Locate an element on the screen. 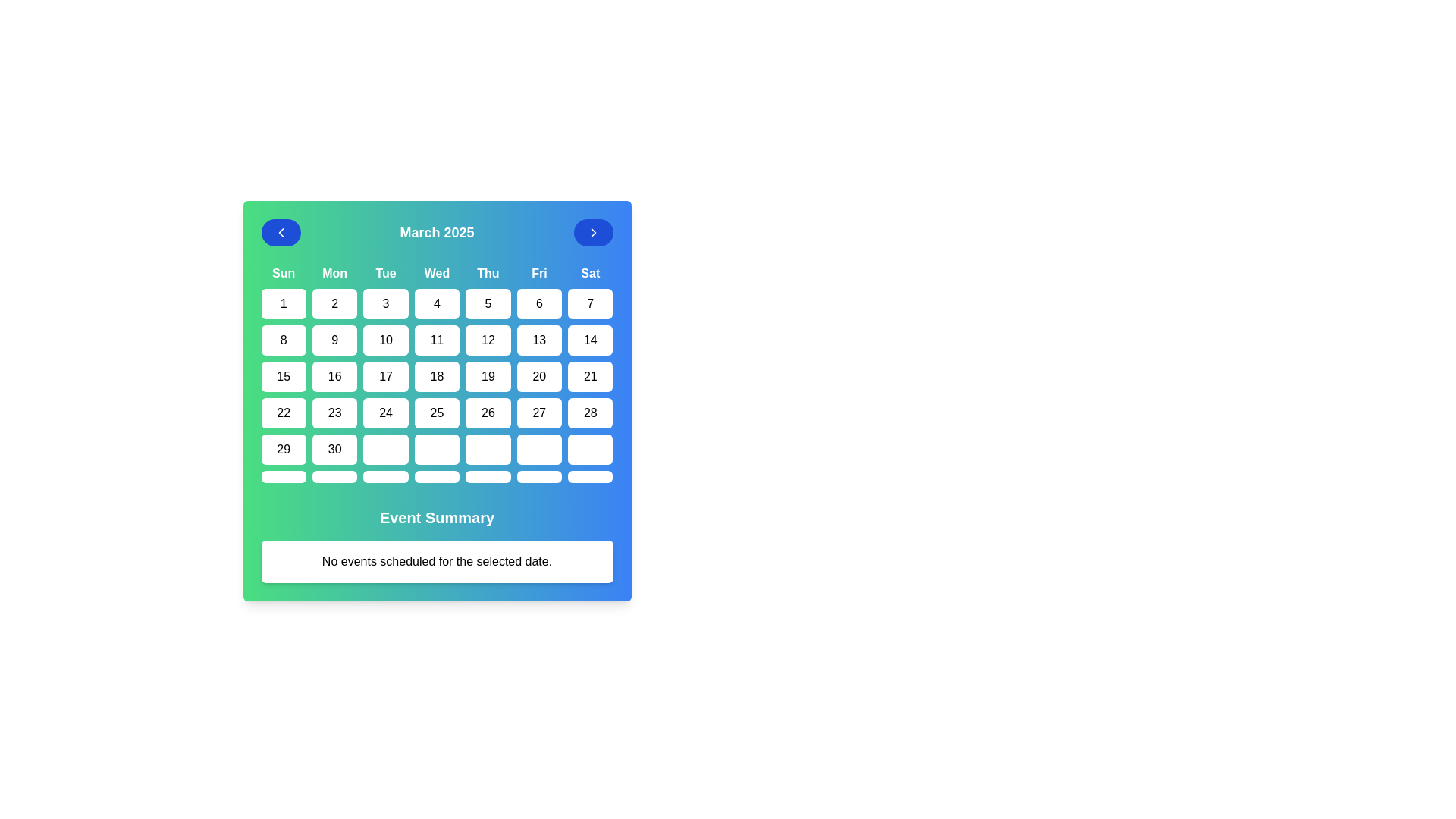 The height and width of the screenshot is (819, 1456). the interactive calendar cell located in the last row and fifth column of the calendar grid is located at coordinates (488, 449).